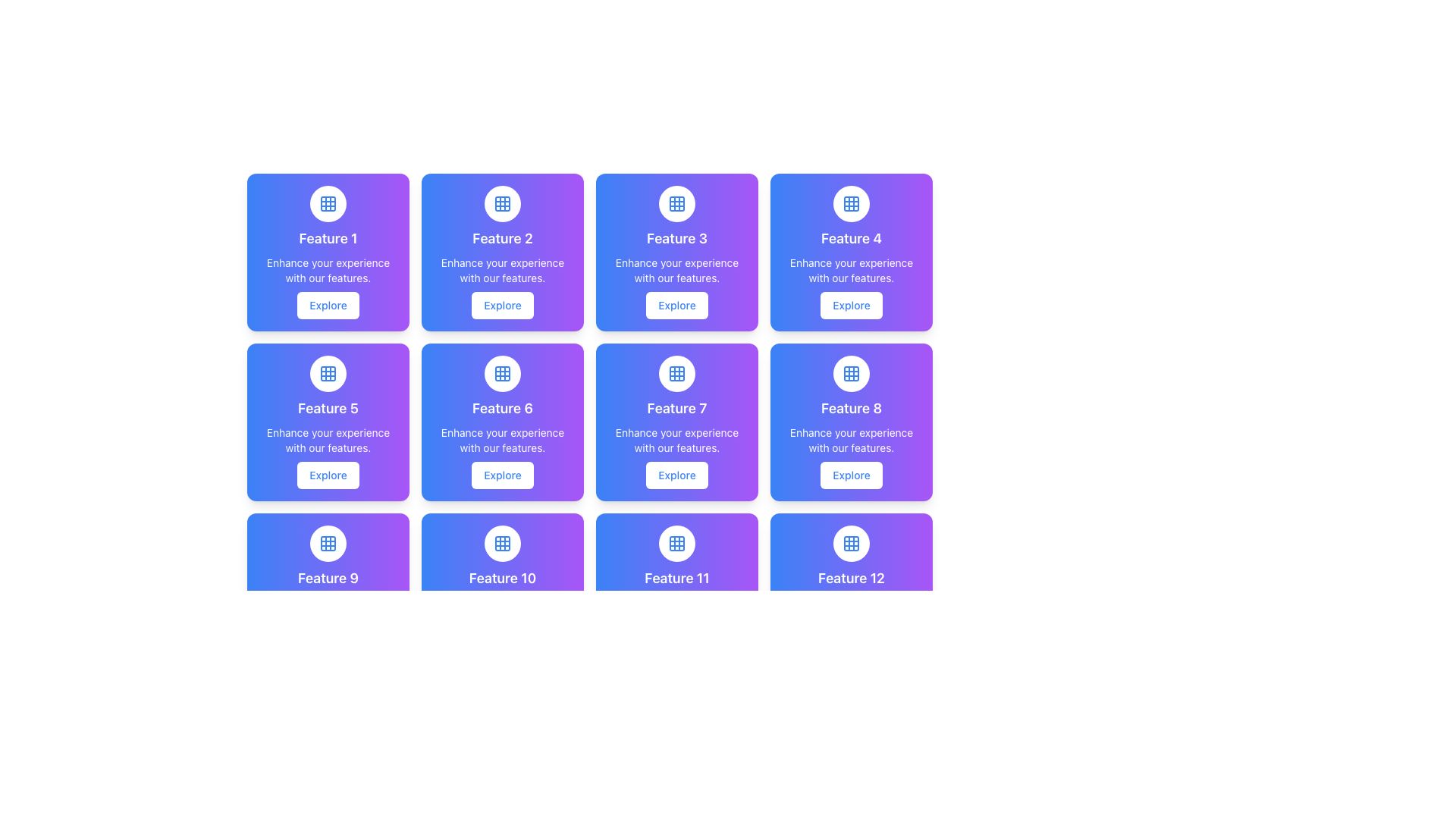 The image size is (1456, 819). What do you see at coordinates (676, 579) in the screenshot?
I see `the title header text of the card component located in the sixth row and third column of the grid layout, which identifies the specific feature being referred to` at bounding box center [676, 579].